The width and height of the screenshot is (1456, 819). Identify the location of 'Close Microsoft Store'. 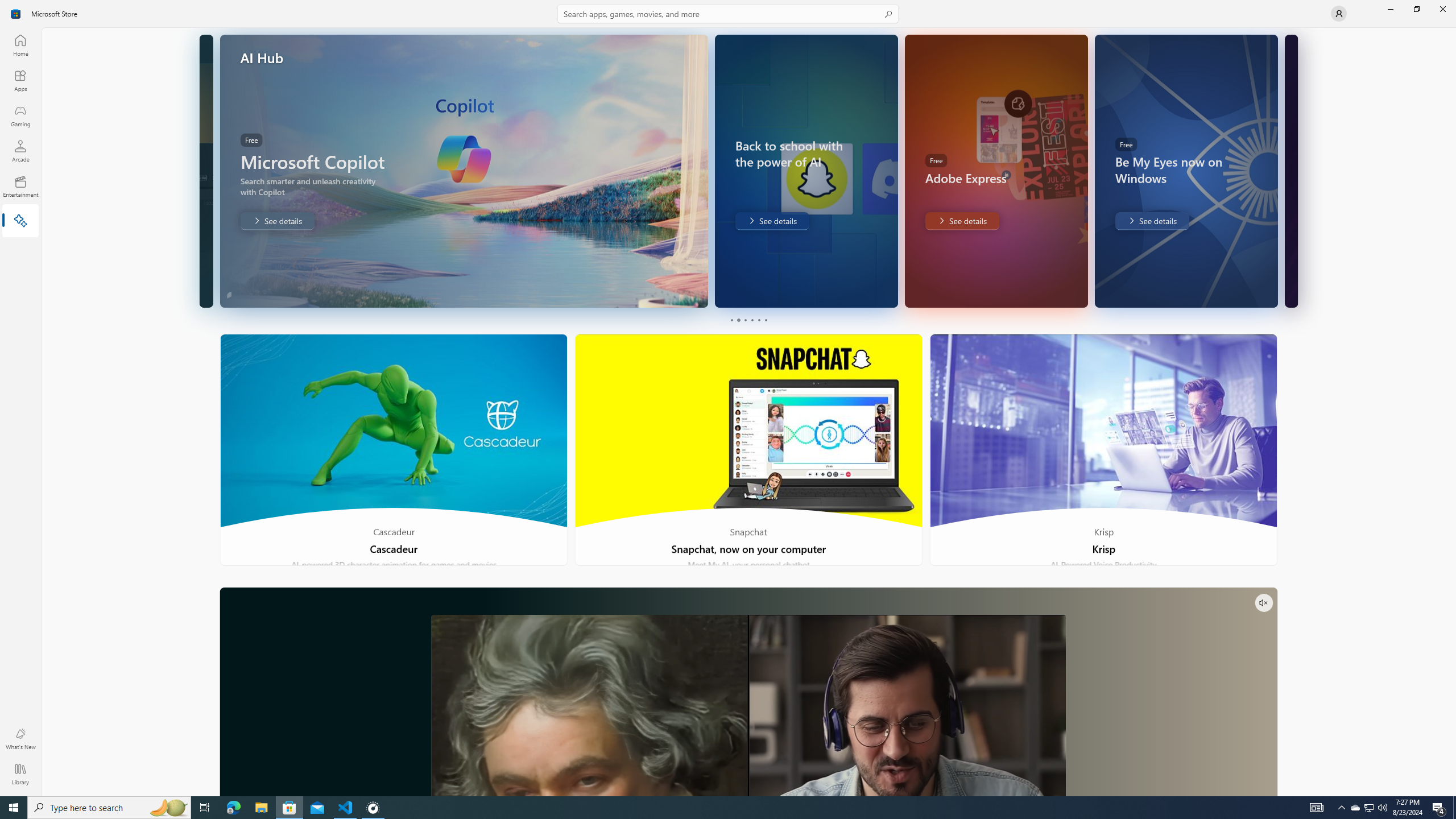
(1442, 9).